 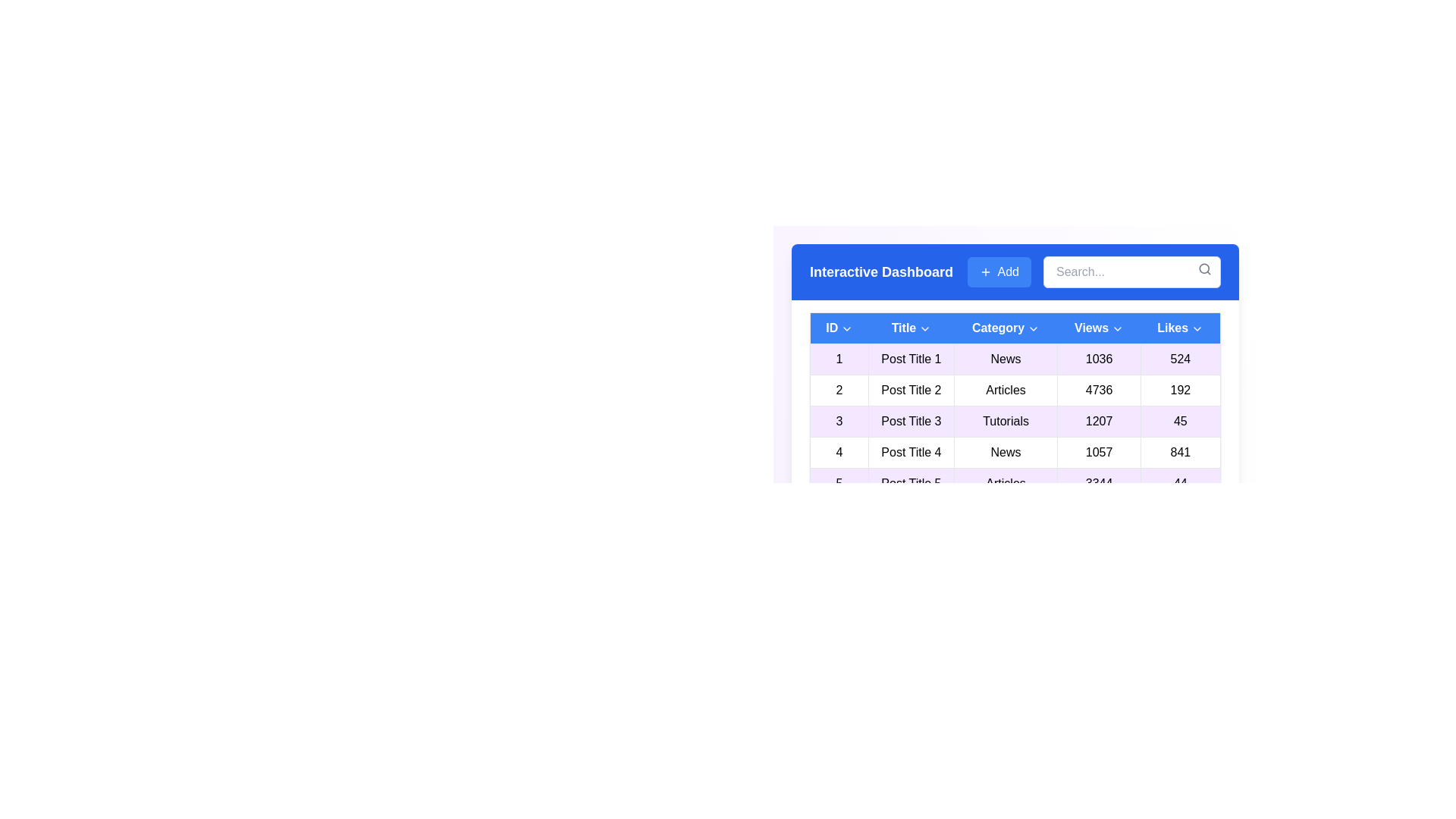 What do you see at coordinates (1178, 327) in the screenshot?
I see `the column header to sort by Likes` at bounding box center [1178, 327].